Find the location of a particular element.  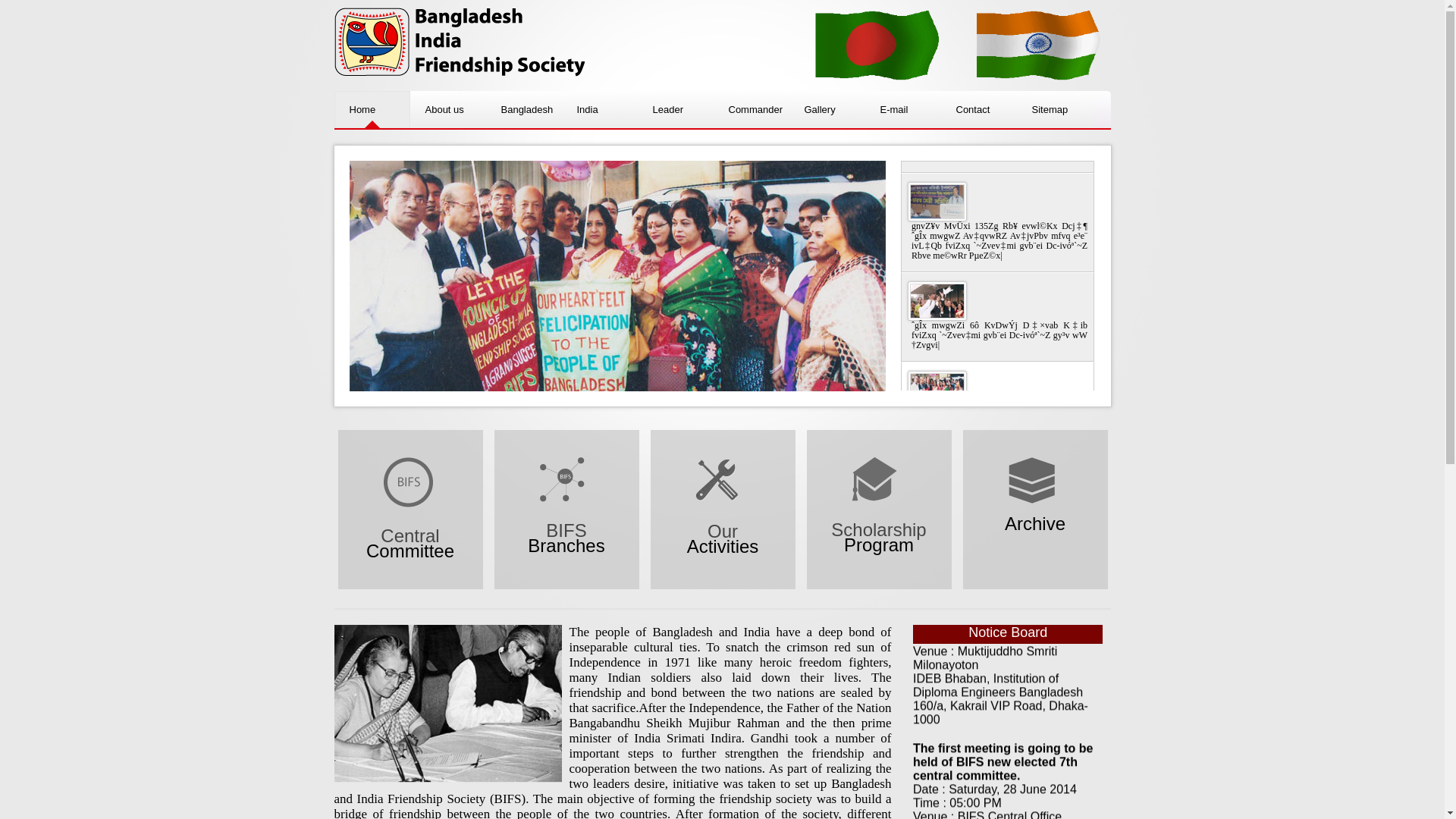

'Sitemap' is located at coordinates (1053, 108).